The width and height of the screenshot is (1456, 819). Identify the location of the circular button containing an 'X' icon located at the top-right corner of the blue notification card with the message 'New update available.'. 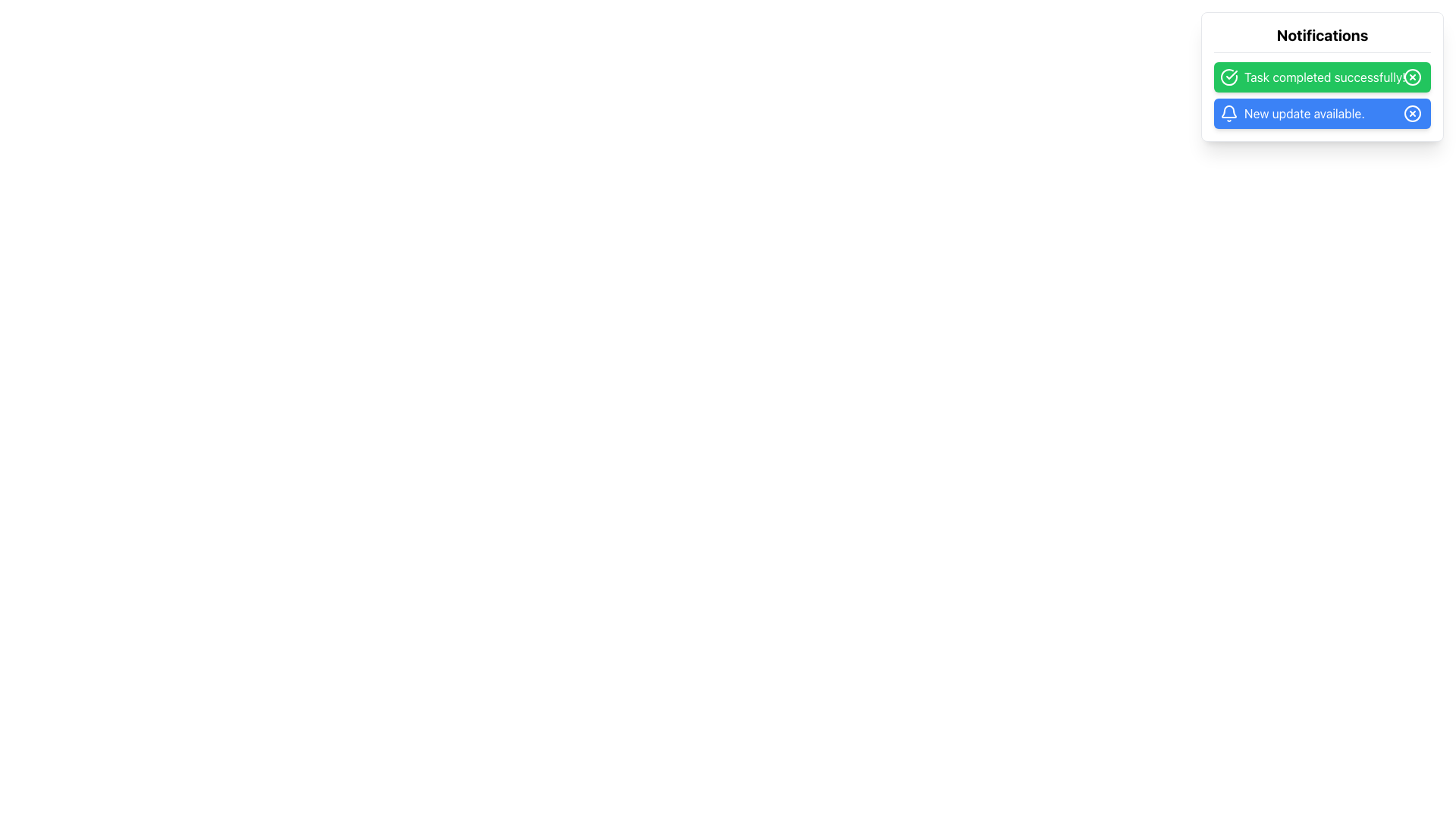
(1411, 113).